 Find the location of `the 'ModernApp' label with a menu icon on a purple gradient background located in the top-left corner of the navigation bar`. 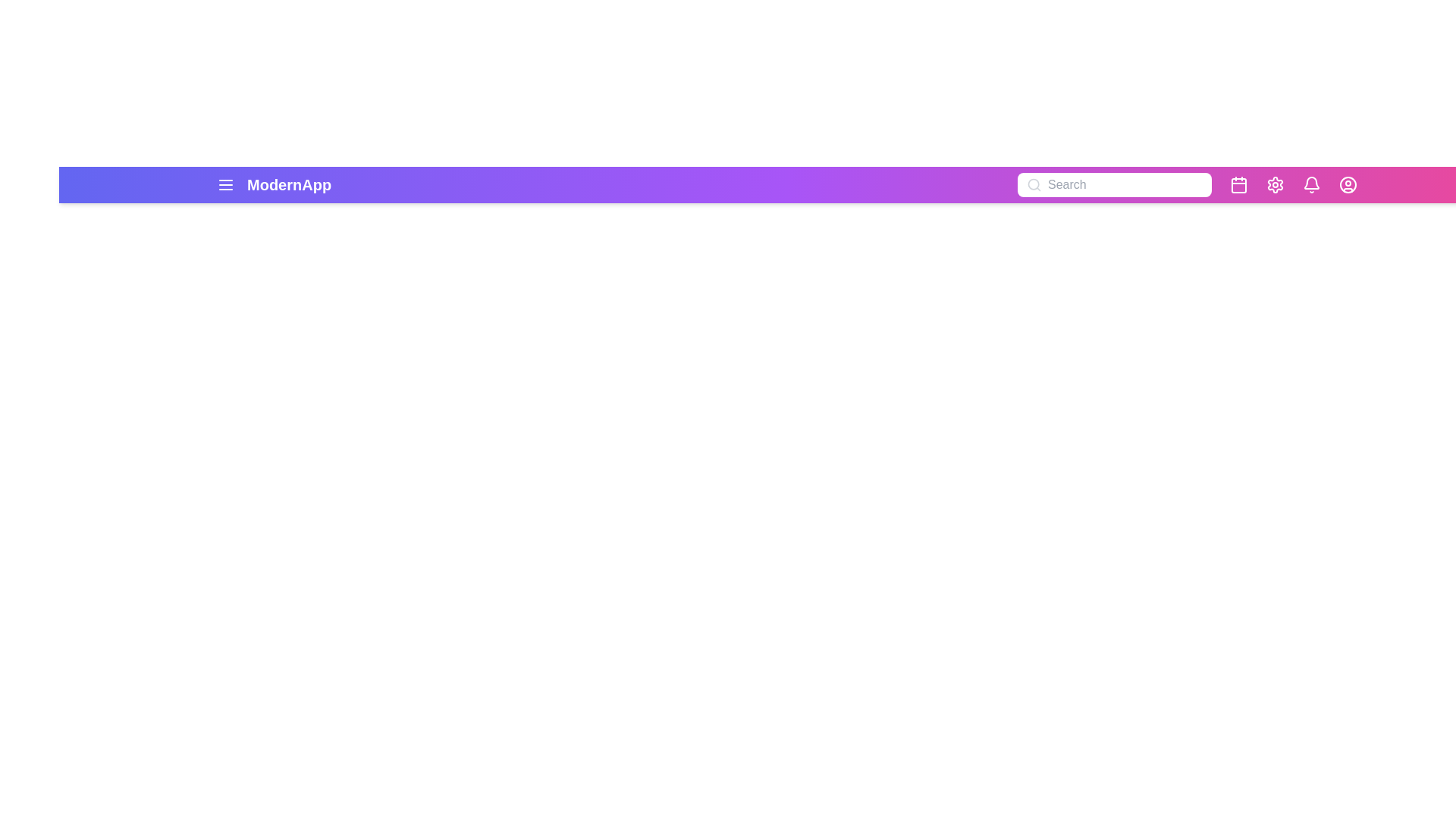

the 'ModernApp' label with a menu icon on a purple gradient background located in the top-left corner of the navigation bar is located at coordinates (274, 184).